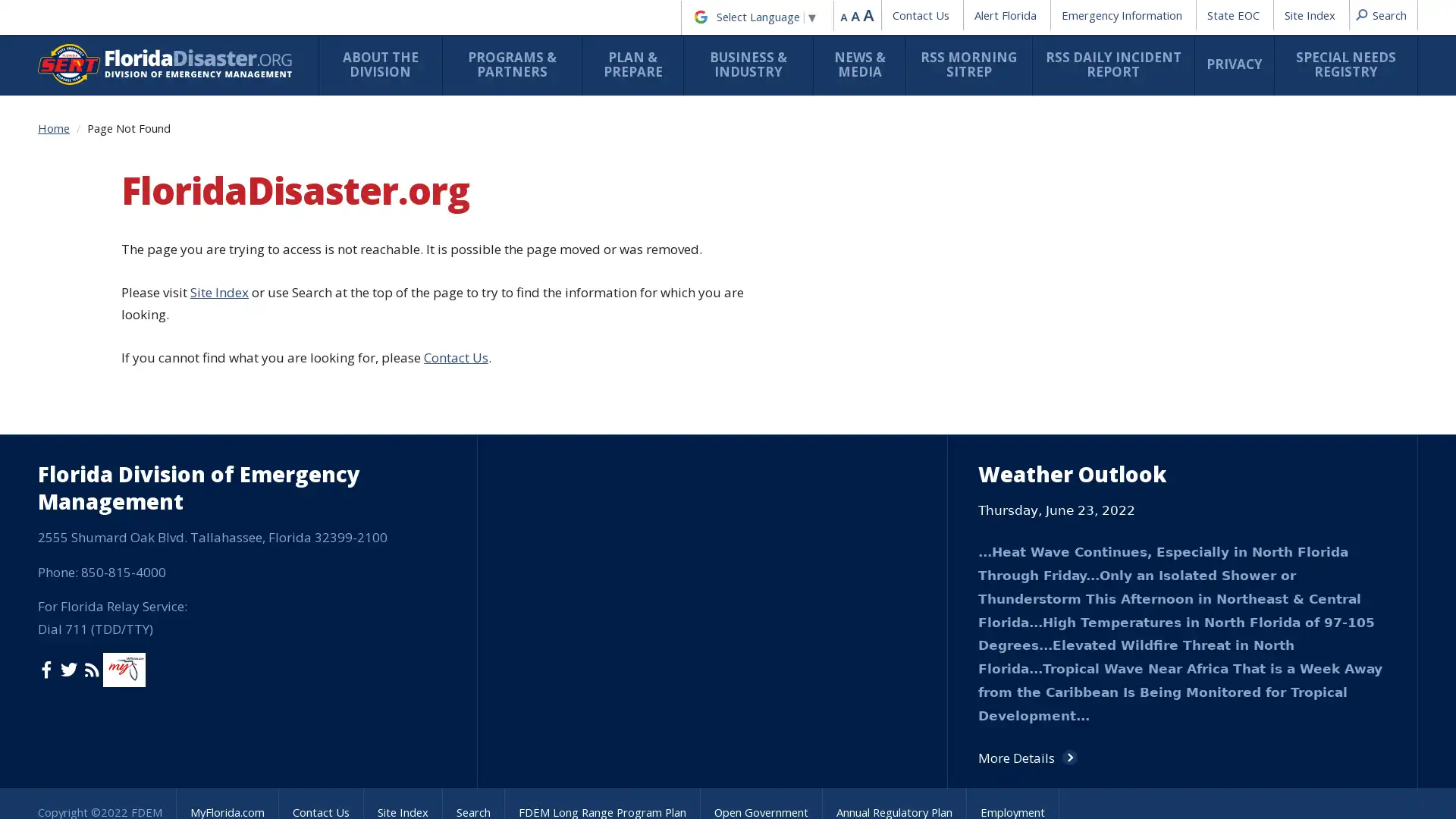  Describe the element at coordinates (607, 202) in the screenshot. I see `Toggle More` at that location.